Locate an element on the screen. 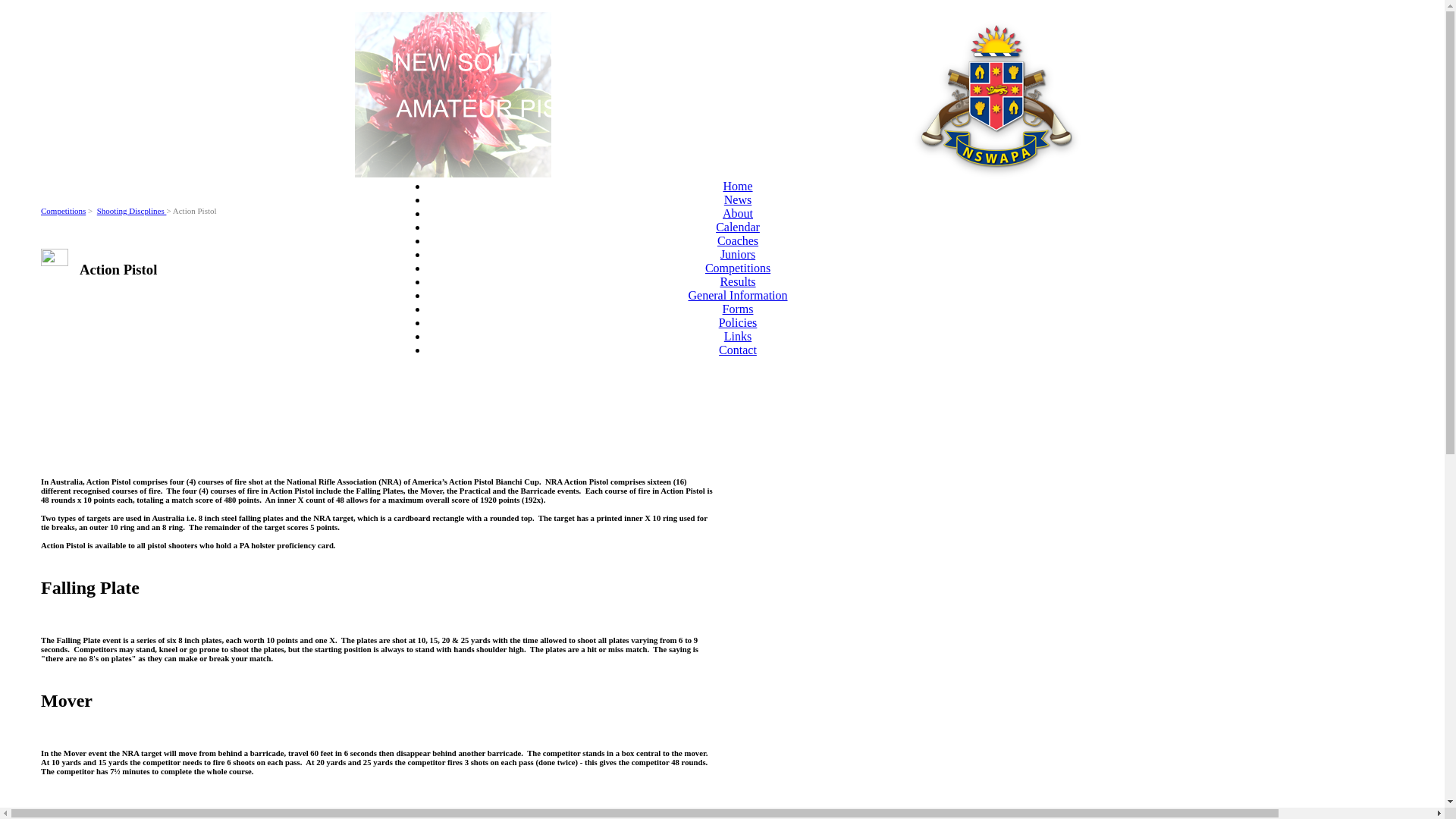 This screenshot has height=819, width=1456. 'Links' is located at coordinates (723, 335).